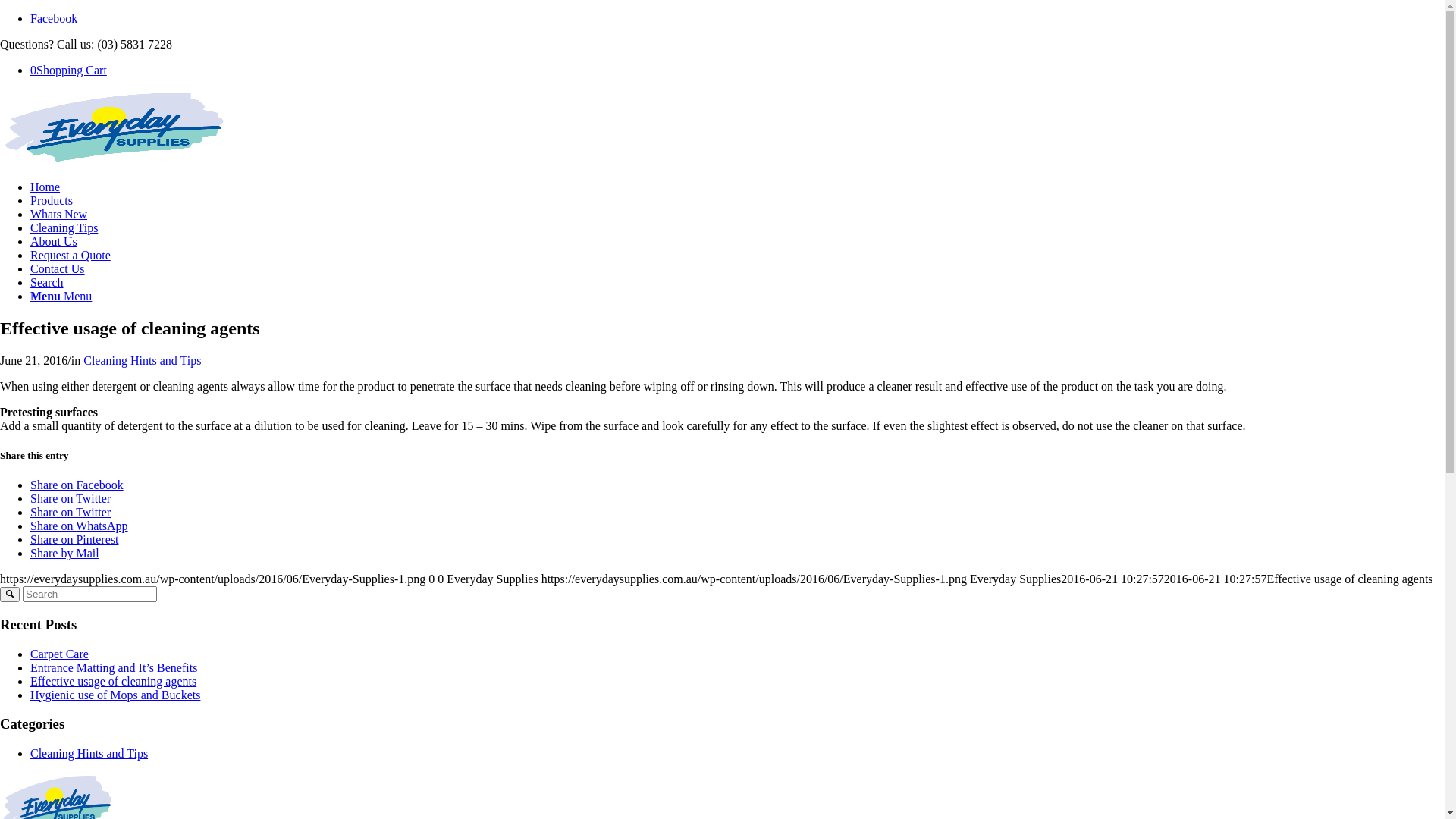 Image resolution: width=1456 pixels, height=819 pixels. I want to click on 'Home', so click(45, 186).